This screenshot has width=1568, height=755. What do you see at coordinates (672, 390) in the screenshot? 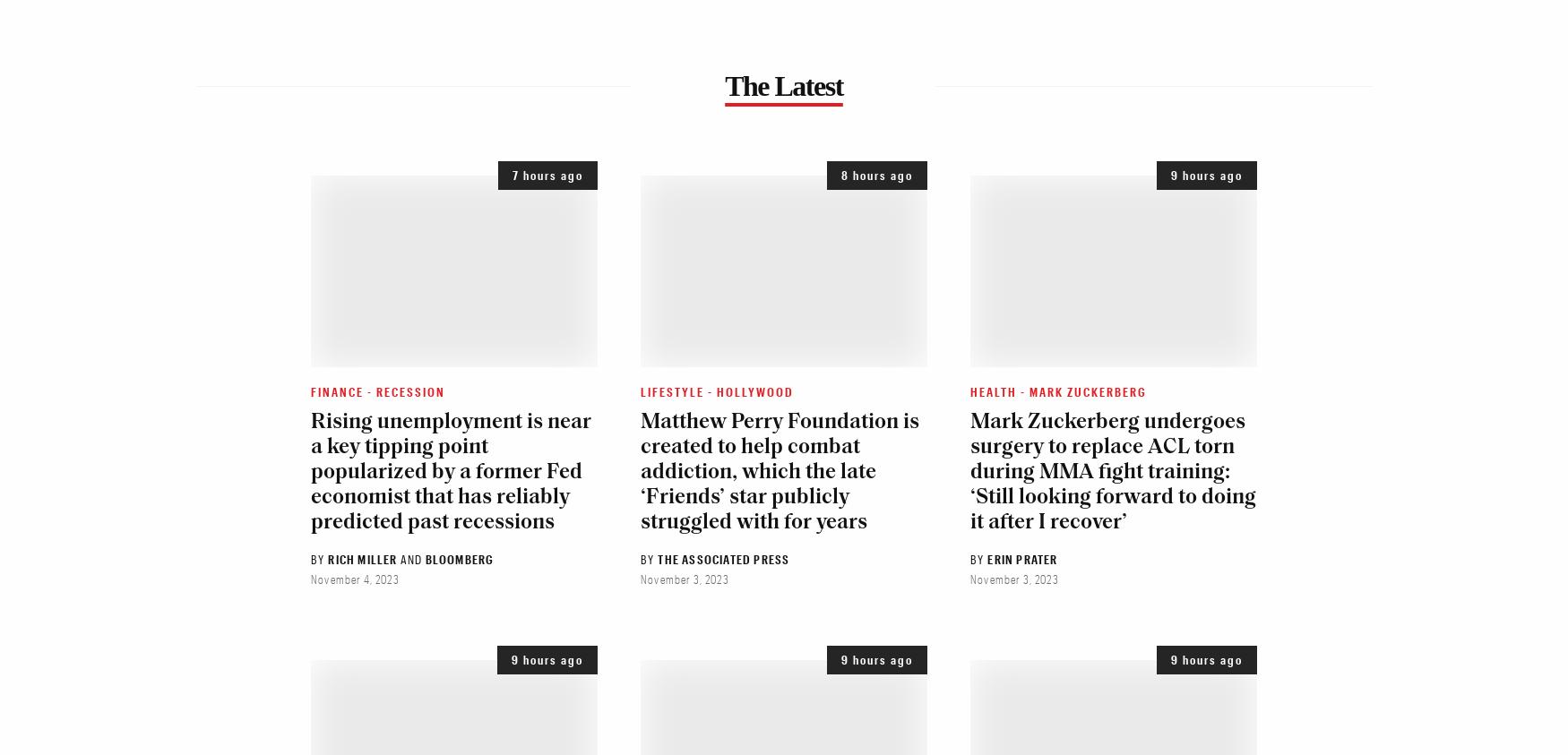
I see `'Lifestyle'` at bounding box center [672, 390].